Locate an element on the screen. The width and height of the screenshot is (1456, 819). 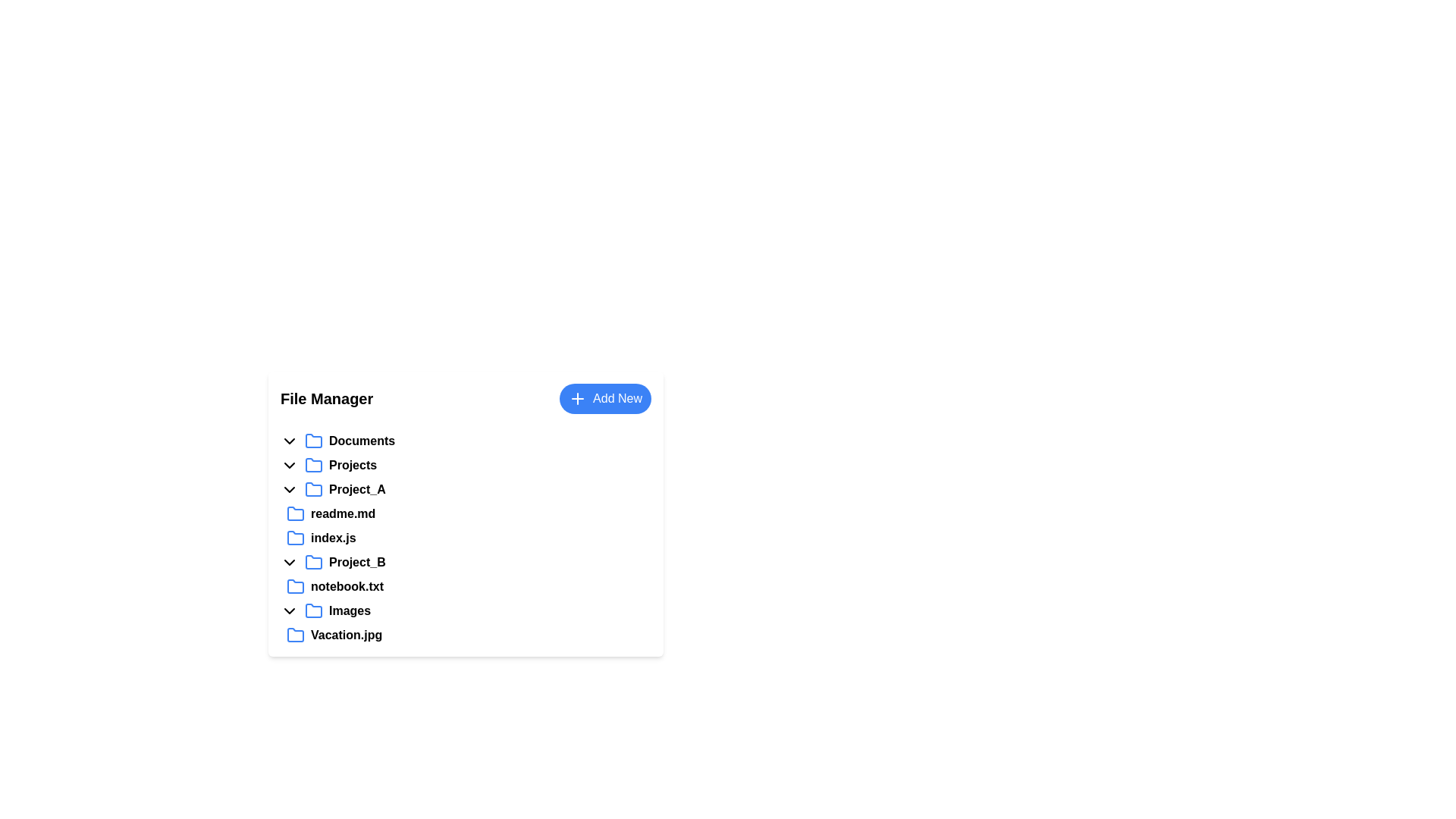
the 'Projects' folder entry, which is the first expandable folder is located at coordinates (465, 464).